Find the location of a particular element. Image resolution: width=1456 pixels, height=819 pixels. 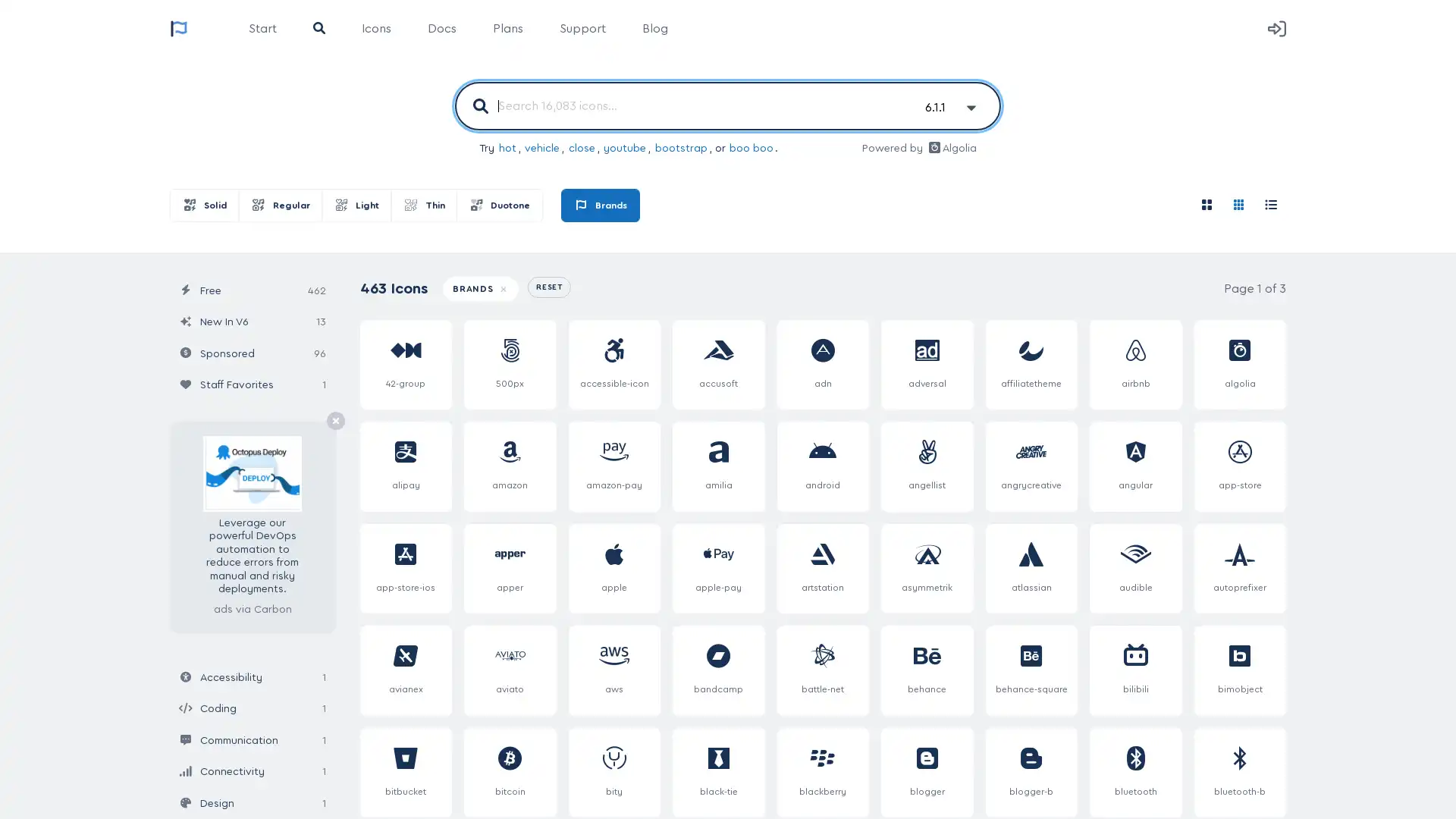

autoprefixer is located at coordinates (1239, 579).